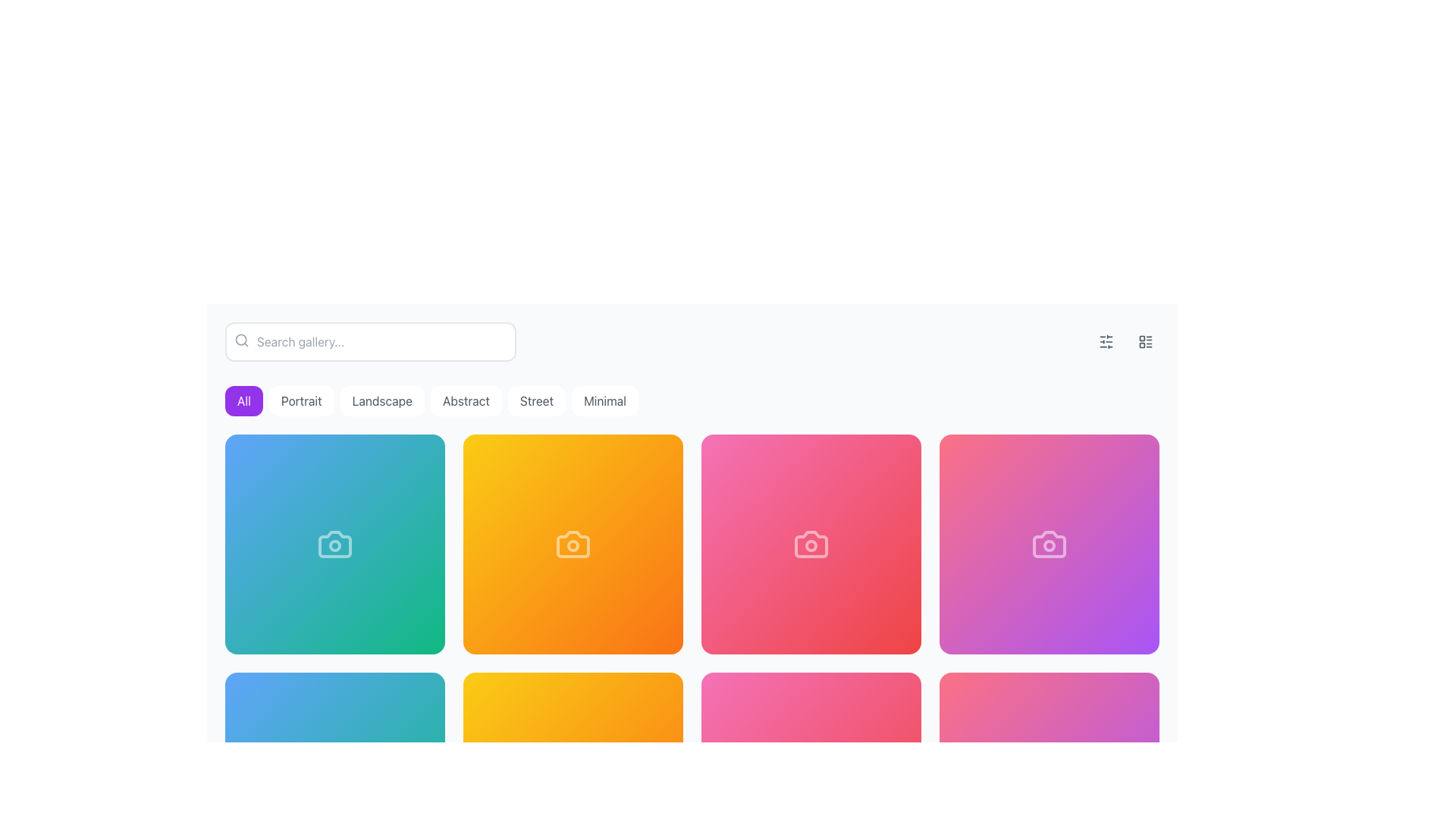 This screenshot has width=1456, height=819. Describe the element at coordinates (1048, 543) in the screenshot. I see `the SVG camera icon, which features a circular lens and a rounded rectangular body, located at the center of the gradient pink-purple tile in the second column of the second row of the gallery interface` at that location.